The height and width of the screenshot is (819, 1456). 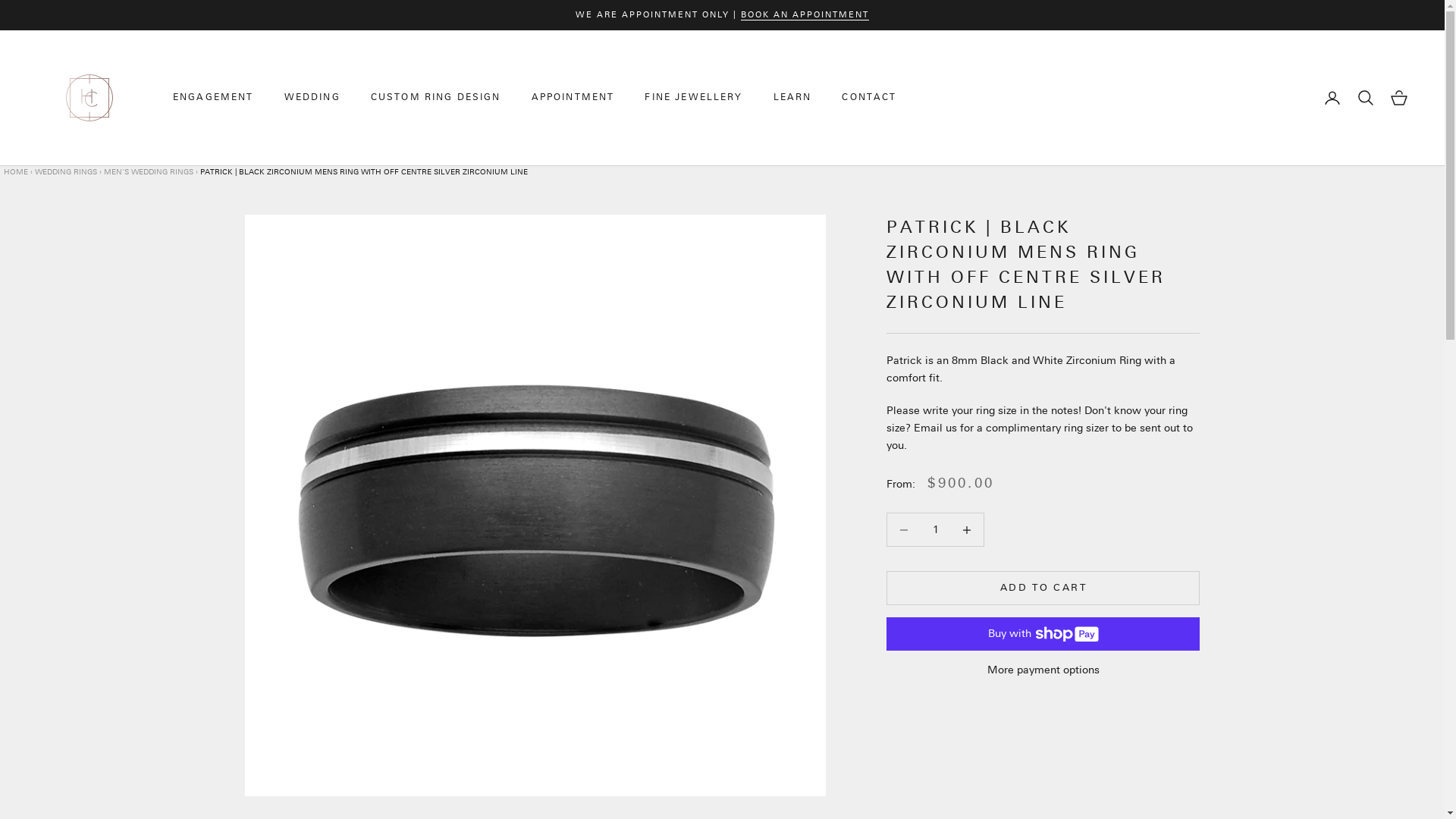 What do you see at coordinates (1365, 97) in the screenshot?
I see `'Open search'` at bounding box center [1365, 97].